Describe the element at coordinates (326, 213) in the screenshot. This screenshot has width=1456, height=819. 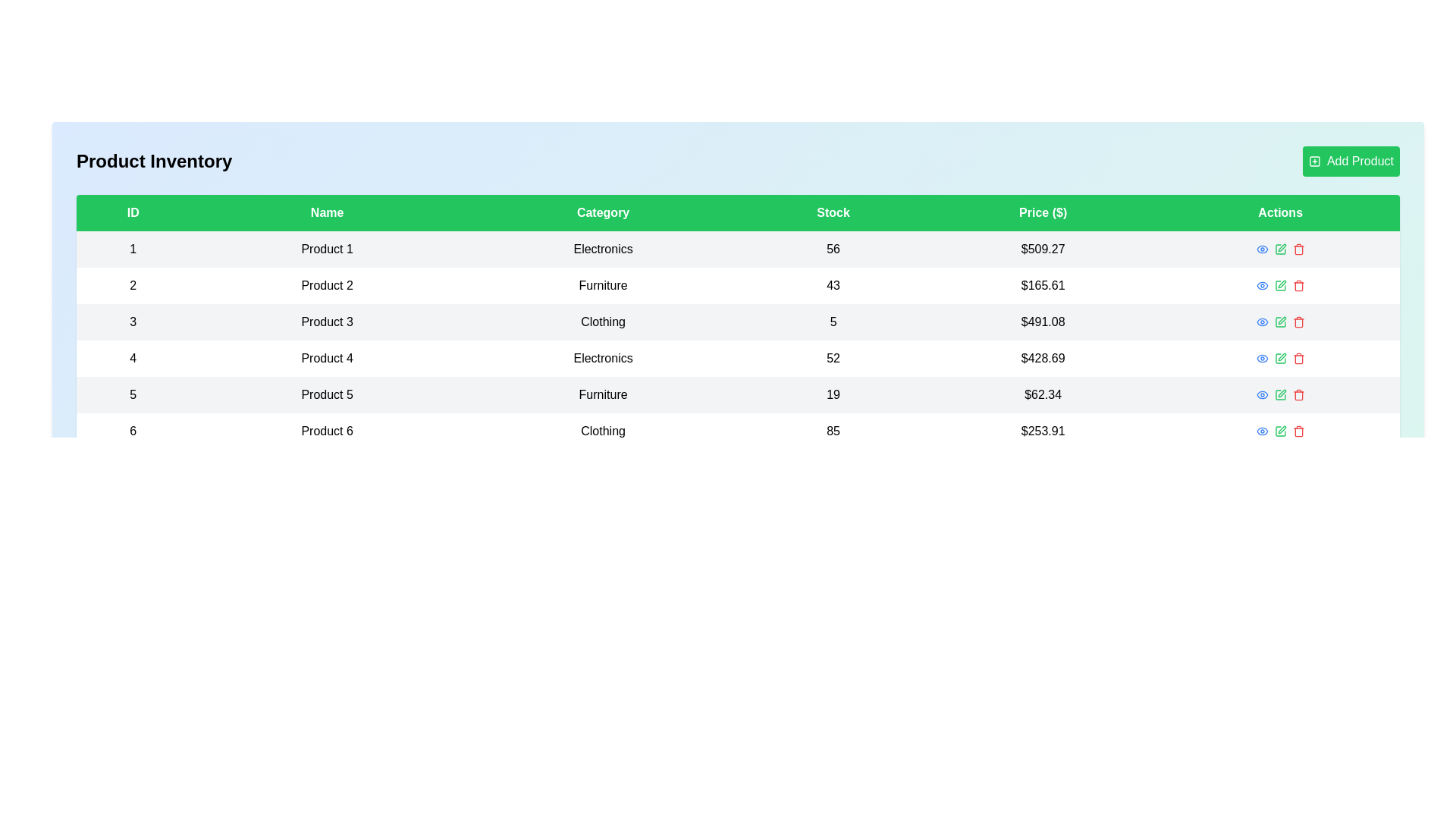
I see `the column header to sort the table by Name` at that location.